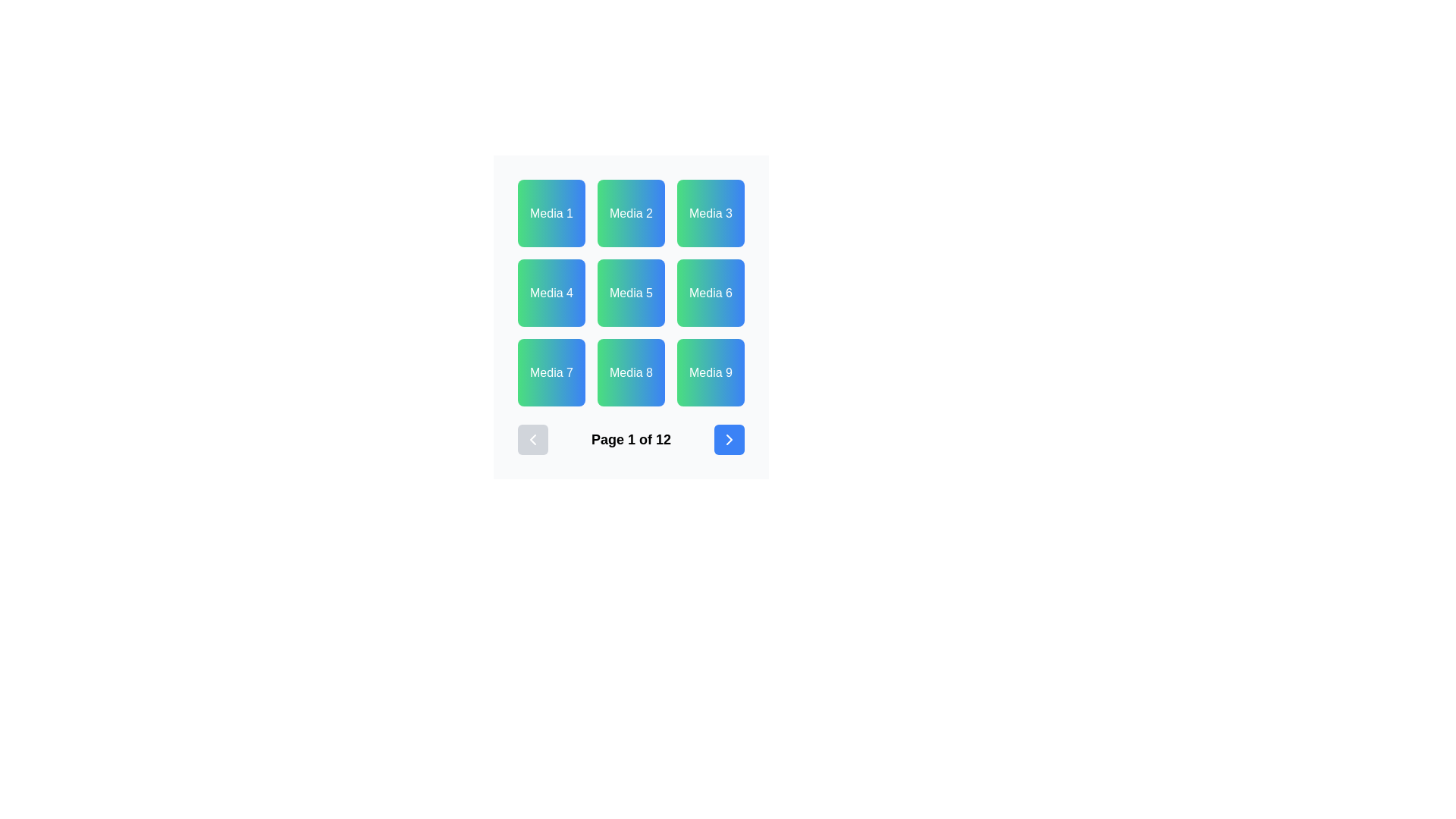 The height and width of the screenshot is (819, 1456). I want to click on the small square-shaped button with a blue background and a white rightward-pointing chevron icon, located in the bottom-right corner of the navigation toolbar, so click(729, 439).